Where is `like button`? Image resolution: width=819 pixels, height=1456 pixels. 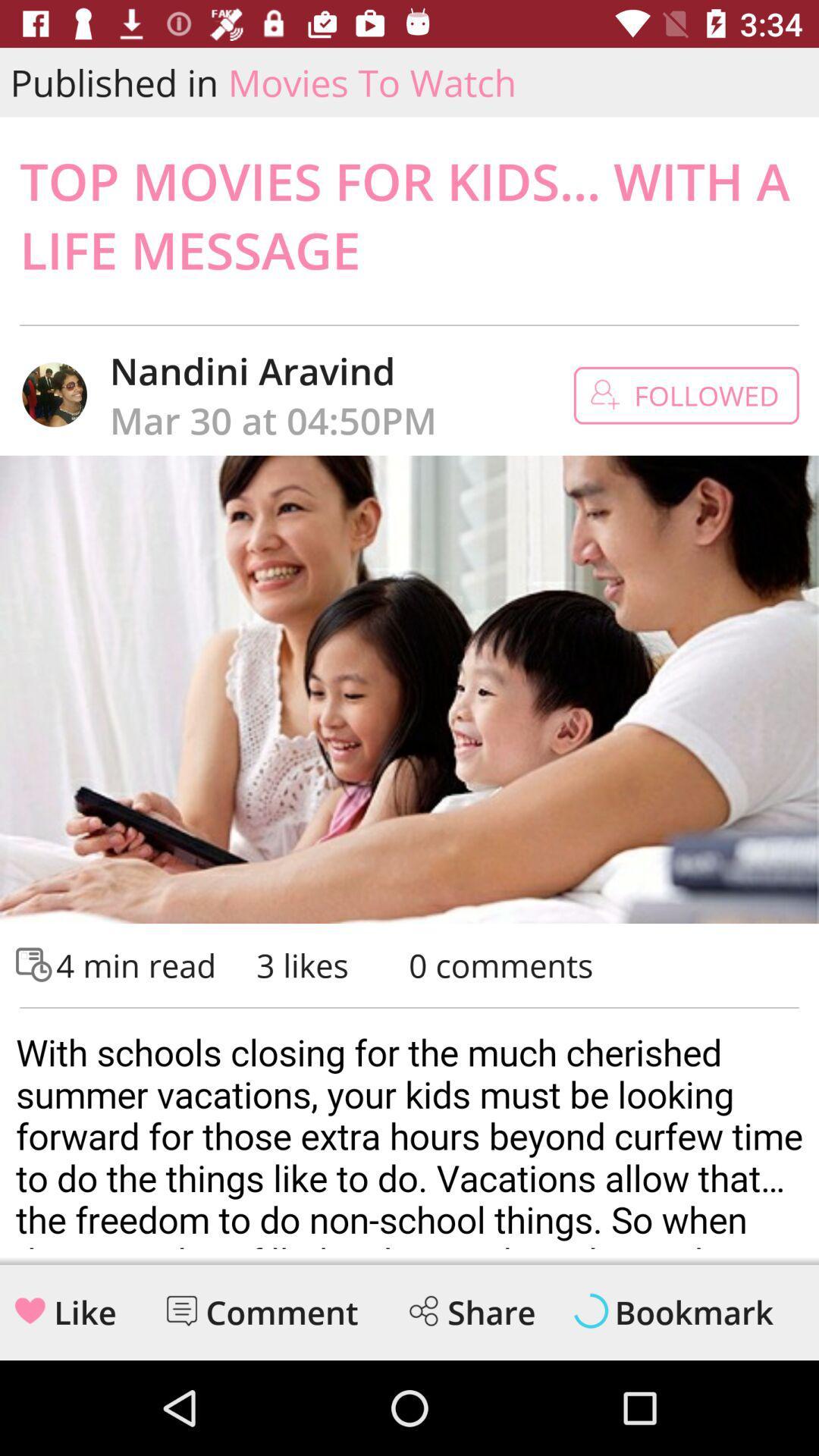
like button is located at coordinates (85, 1312).